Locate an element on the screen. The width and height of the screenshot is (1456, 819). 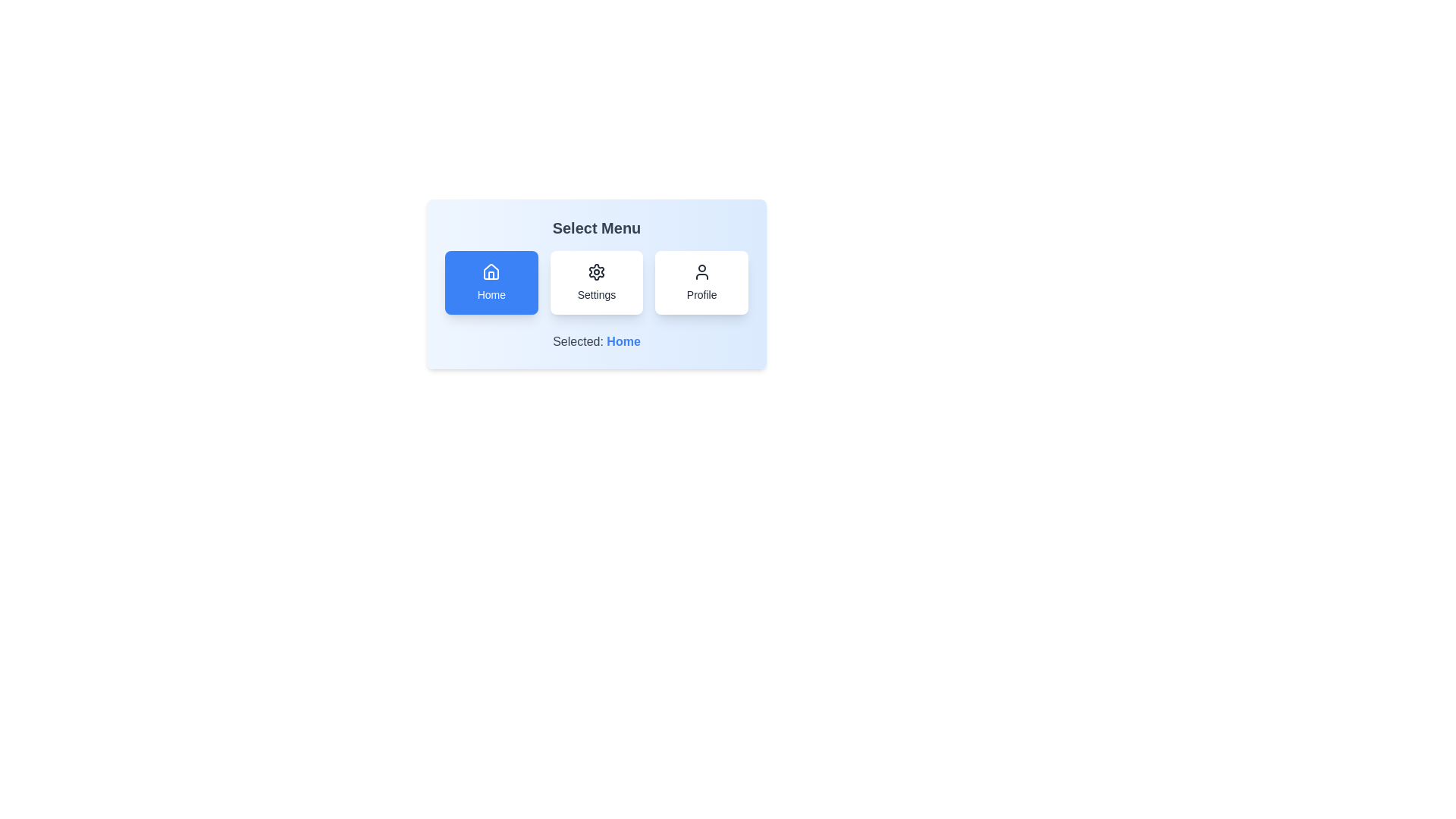
the menu item Home by clicking on its corresponding button is located at coordinates (491, 283).